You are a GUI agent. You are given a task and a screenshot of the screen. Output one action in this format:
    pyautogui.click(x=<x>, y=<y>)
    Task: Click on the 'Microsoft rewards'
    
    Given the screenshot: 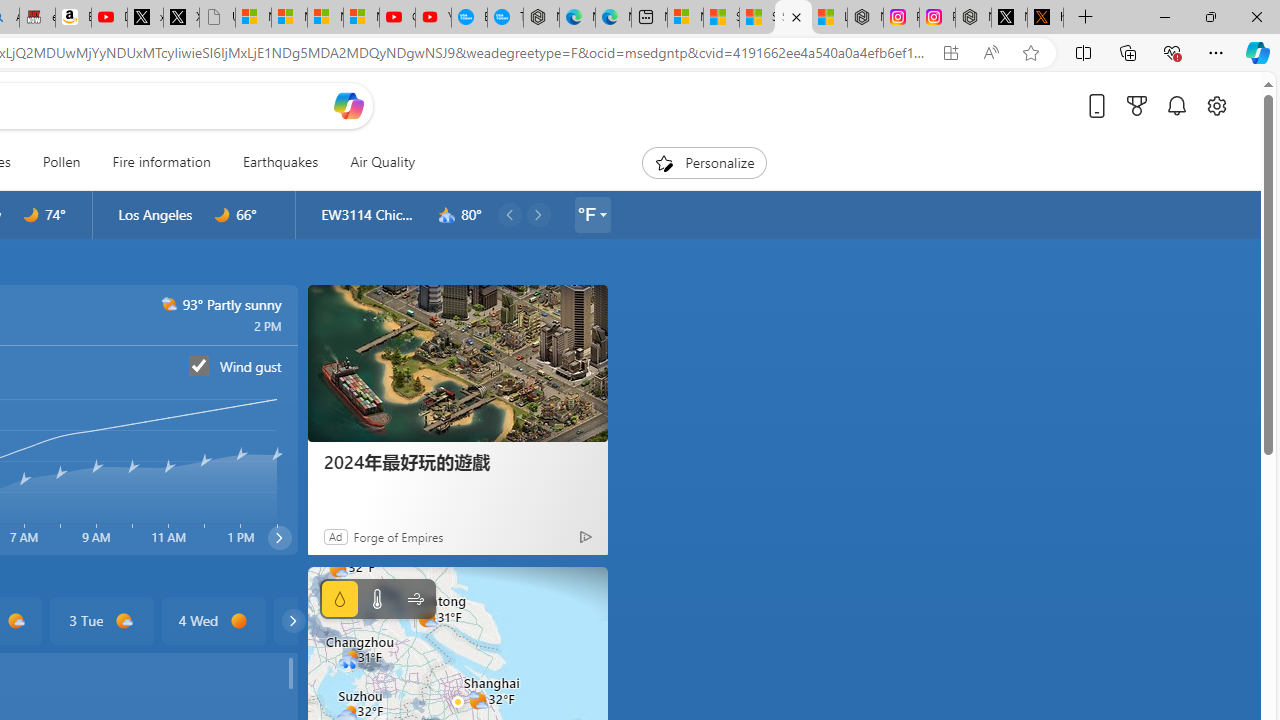 What is the action you would take?
    pyautogui.click(x=1137, y=105)
    